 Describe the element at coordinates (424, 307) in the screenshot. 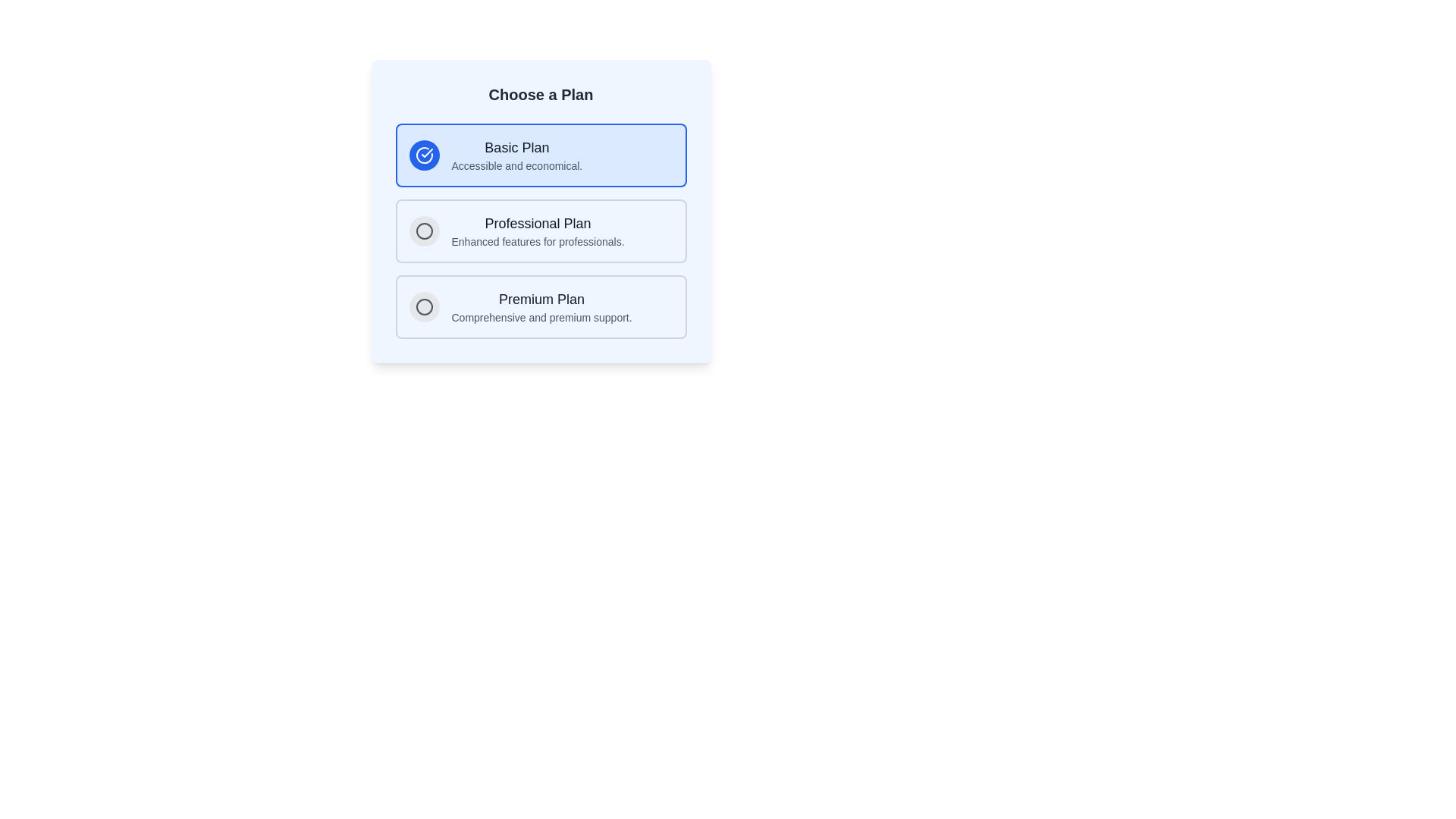

I see `the radio button for the 'Premium Plan' option` at that location.